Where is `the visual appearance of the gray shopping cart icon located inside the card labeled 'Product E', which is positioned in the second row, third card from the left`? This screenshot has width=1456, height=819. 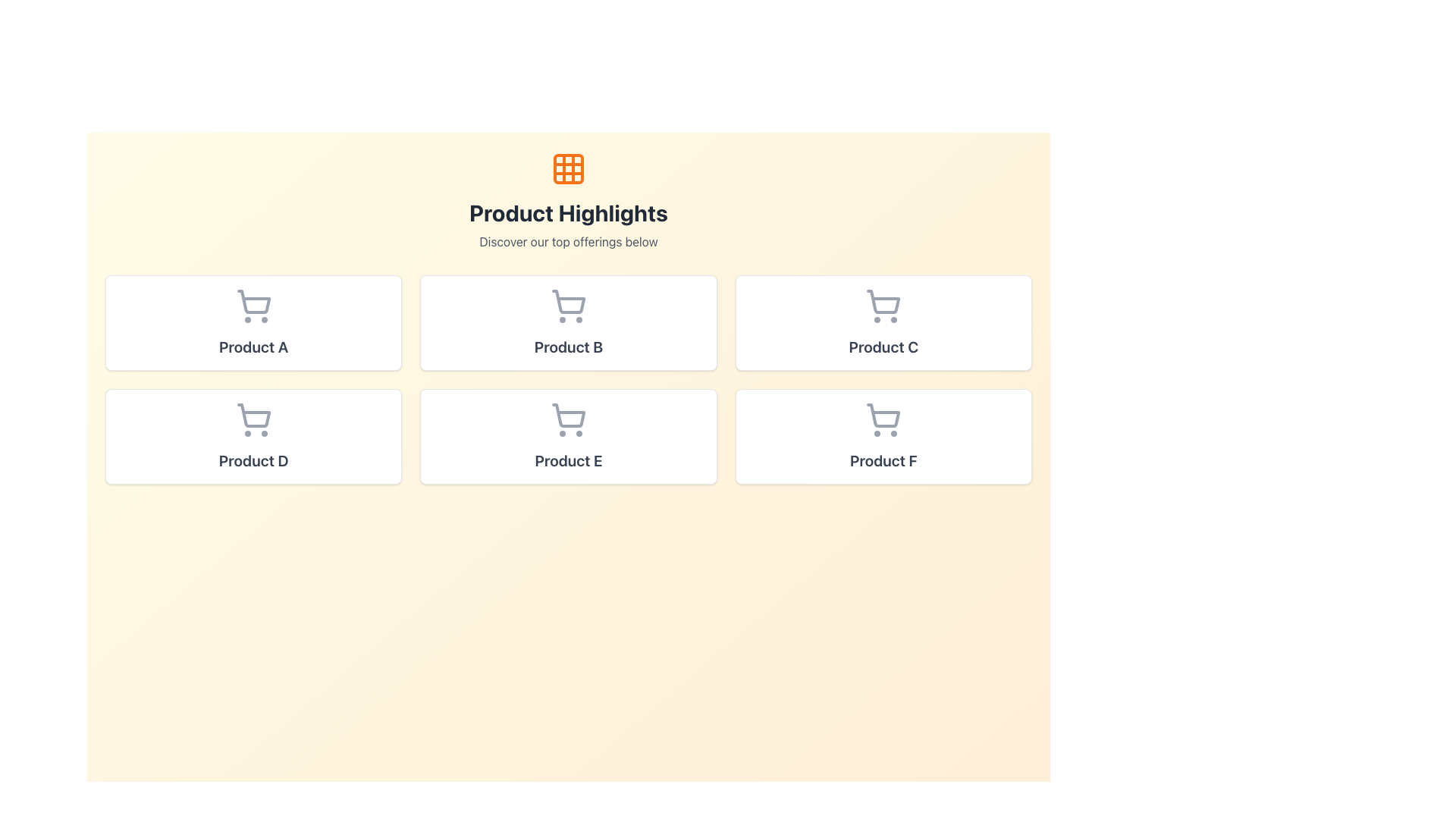 the visual appearance of the gray shopping cart icon located inside the card labeled 'Product E', which is positioned in the second row, third card from the left is located at coordinates (568, 416).